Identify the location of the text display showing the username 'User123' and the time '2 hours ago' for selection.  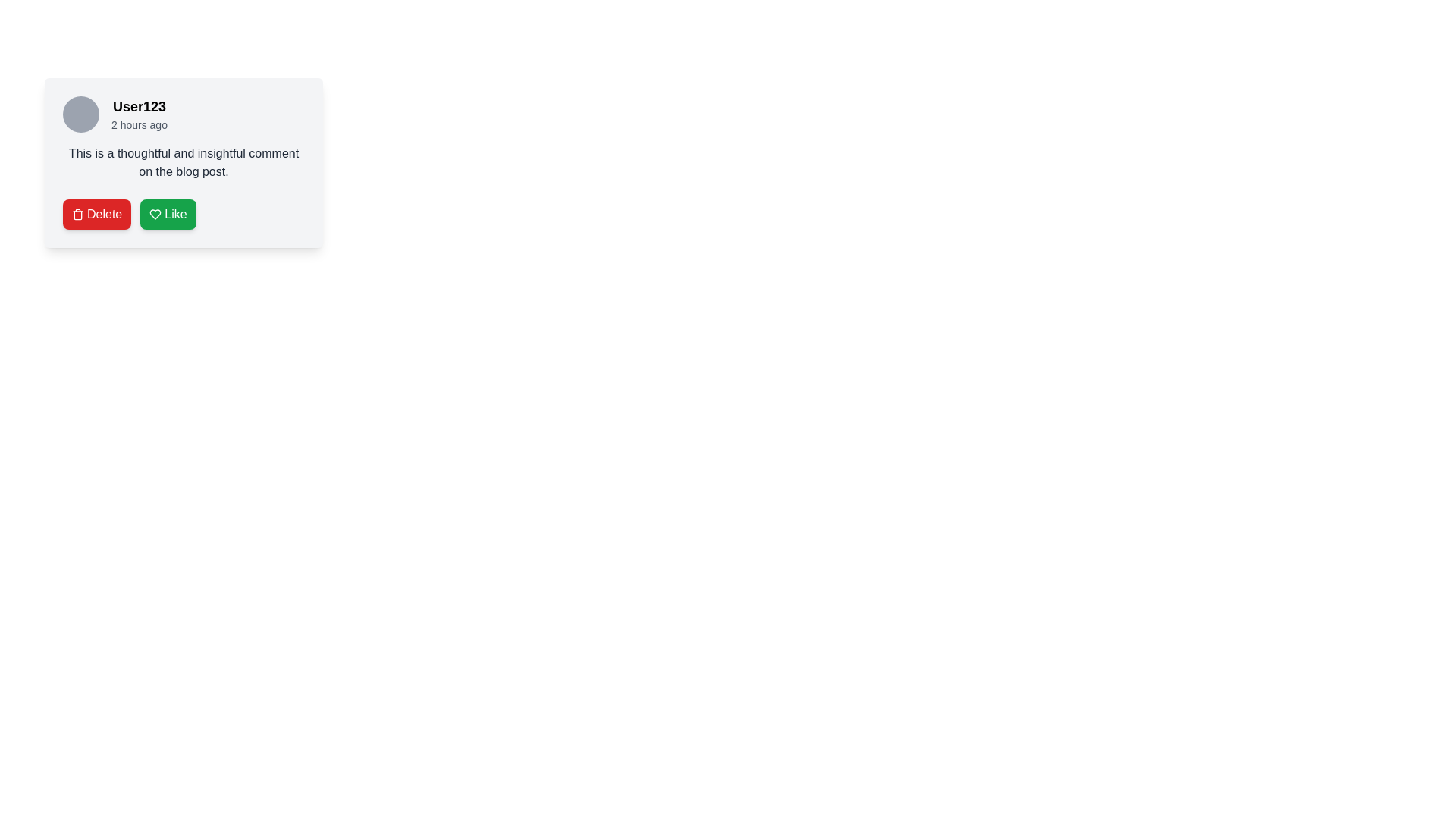
(139, 113).